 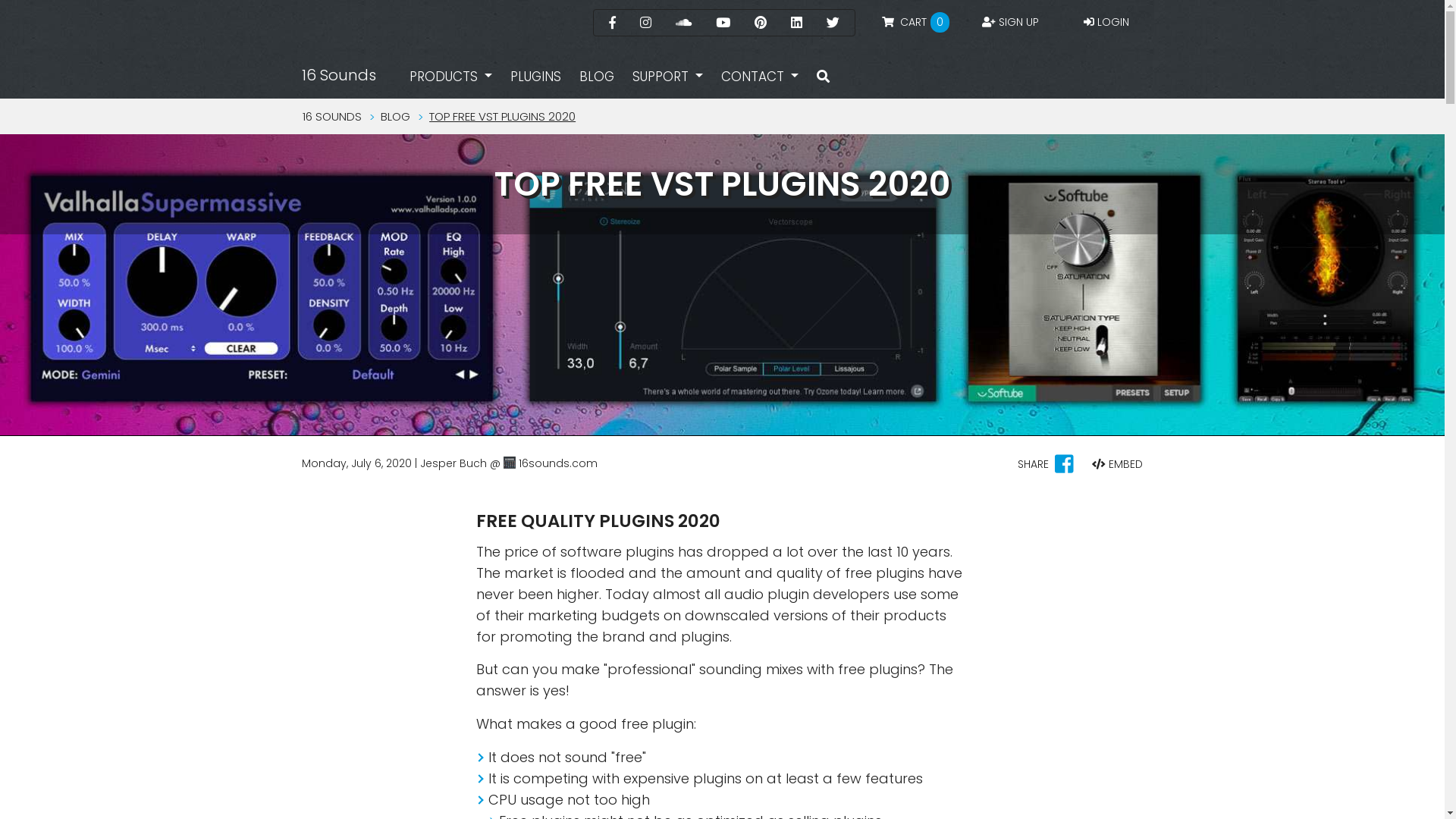 I want to click on 'PLUGINS', so click(x=535, y=76).